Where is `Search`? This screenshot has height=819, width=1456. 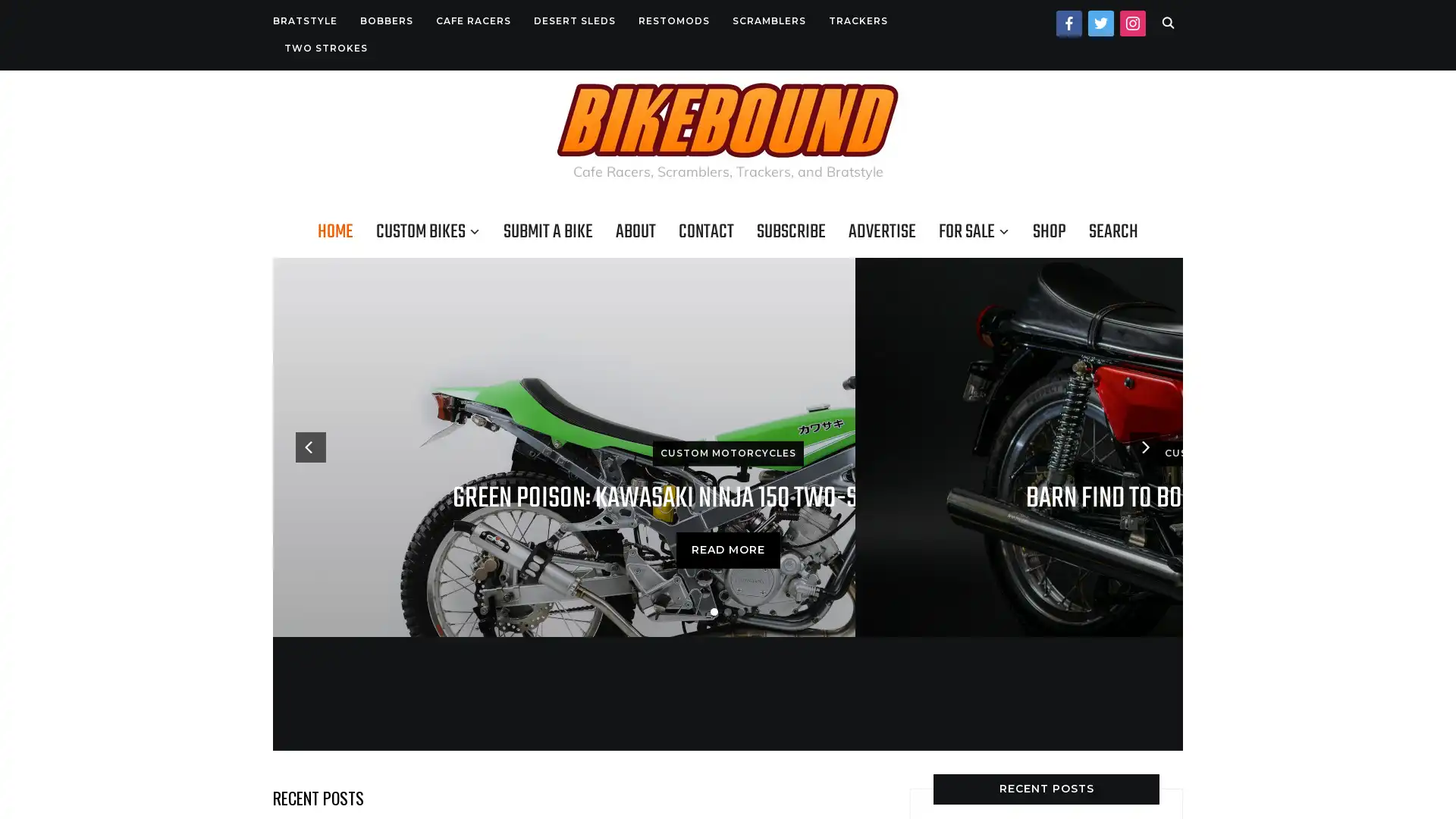 Search is located at coordinates (1167, 23).